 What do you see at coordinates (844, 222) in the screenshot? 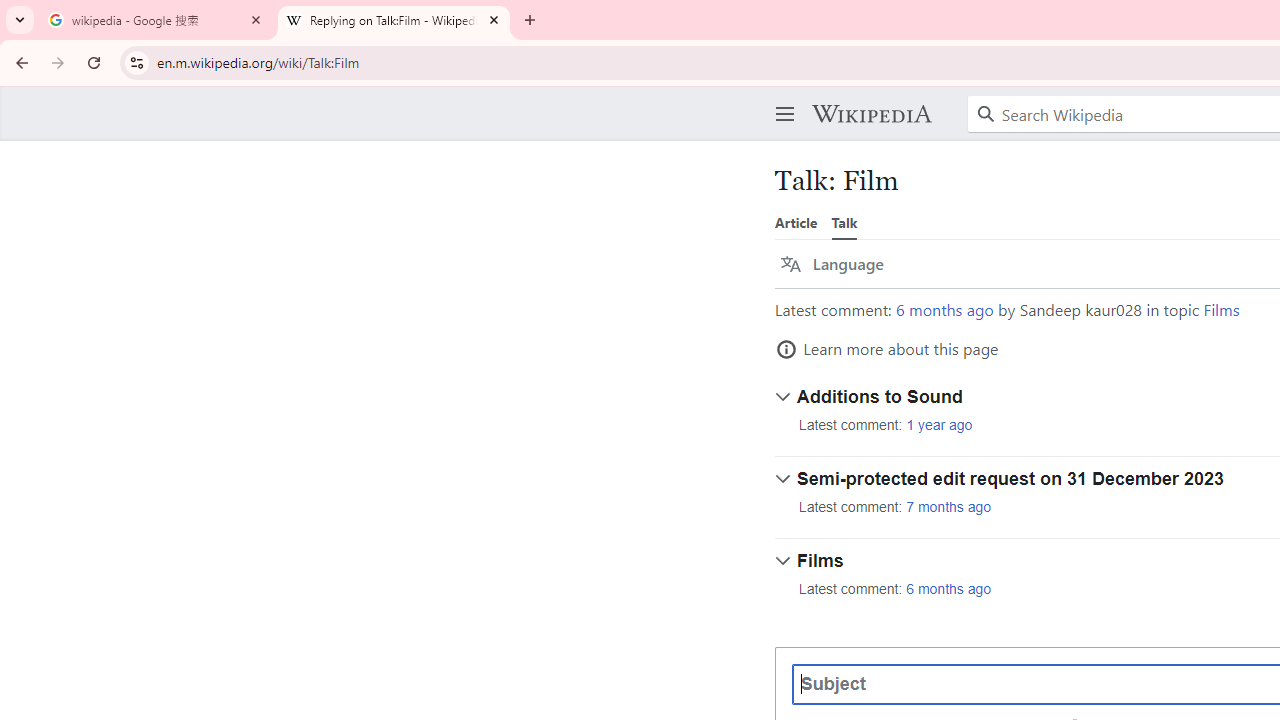
I see `'Talk'` at bounding box center [844, 222].